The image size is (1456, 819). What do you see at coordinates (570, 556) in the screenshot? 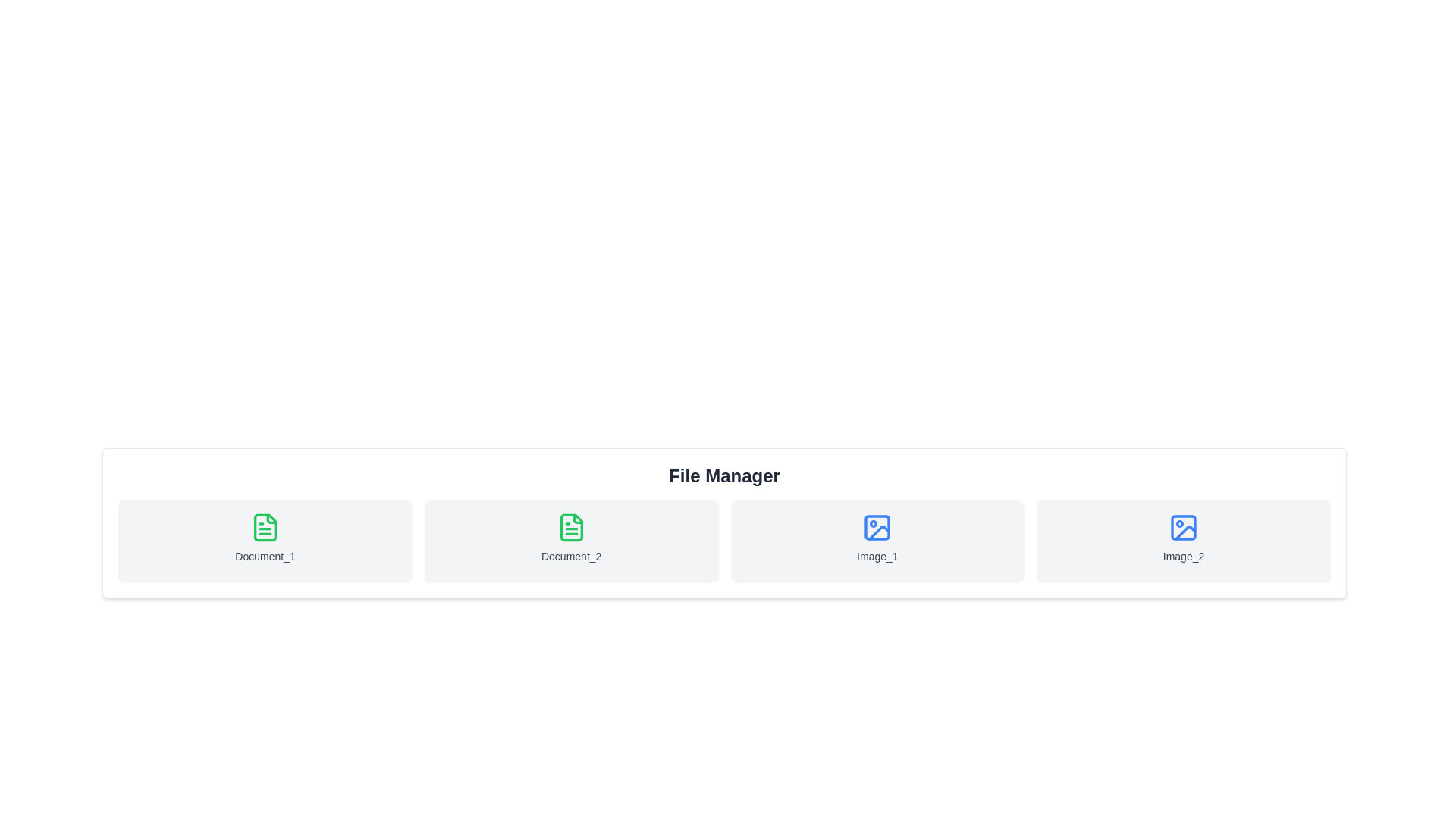
I see `text label 'Document_2' which is displayed in gray color at the bottom of the card component, centrally positioned below the document icon` at bounding box center [570, 556].